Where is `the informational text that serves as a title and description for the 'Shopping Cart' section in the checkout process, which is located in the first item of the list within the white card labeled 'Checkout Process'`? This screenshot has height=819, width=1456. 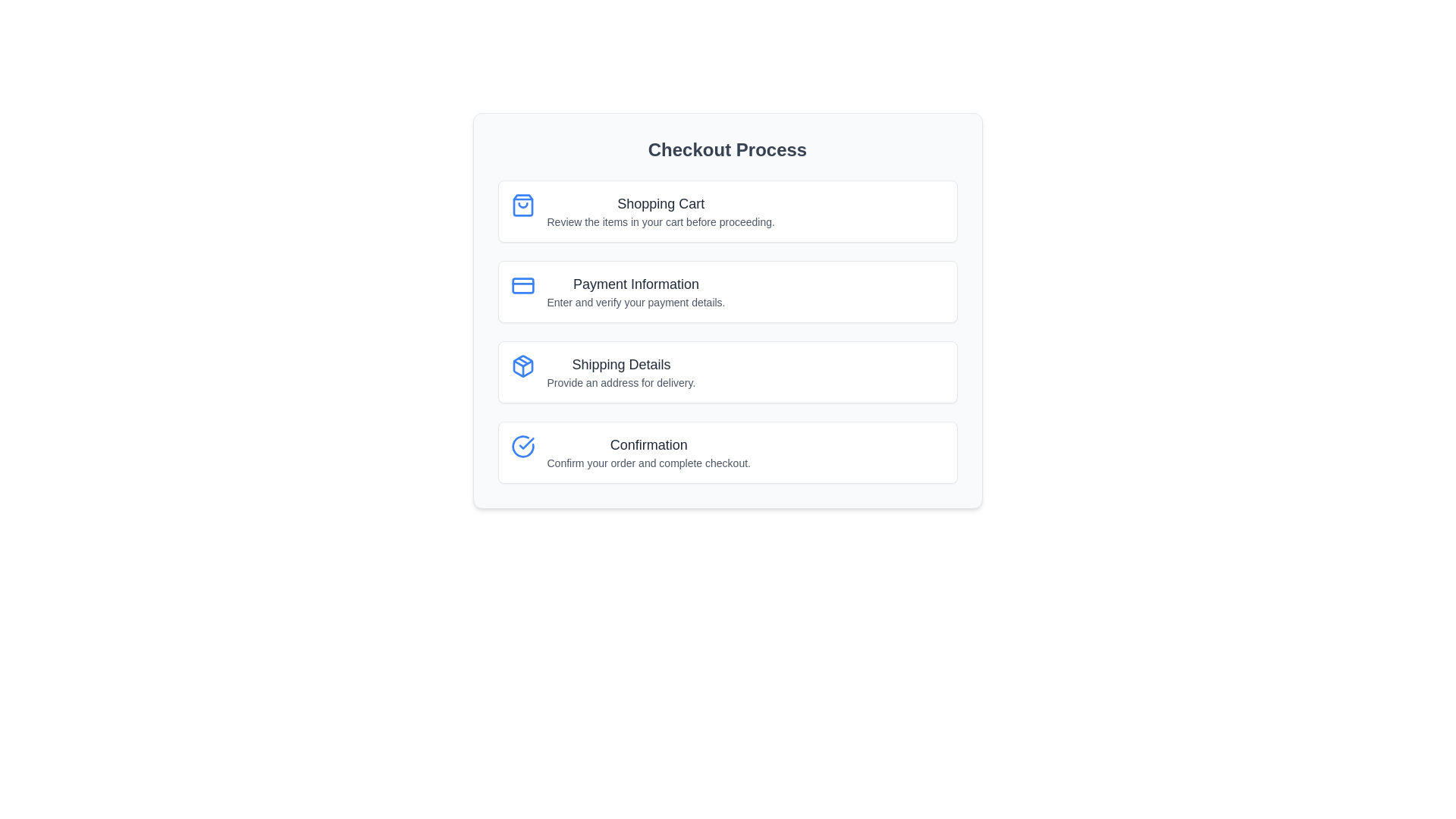 the informational text that serves as a title and description for the 'Shopping Cart' section in the checkout process, which is located in the first item of the list within the white card labeled 'Checkout Process' is located at coordinates (661, 211).